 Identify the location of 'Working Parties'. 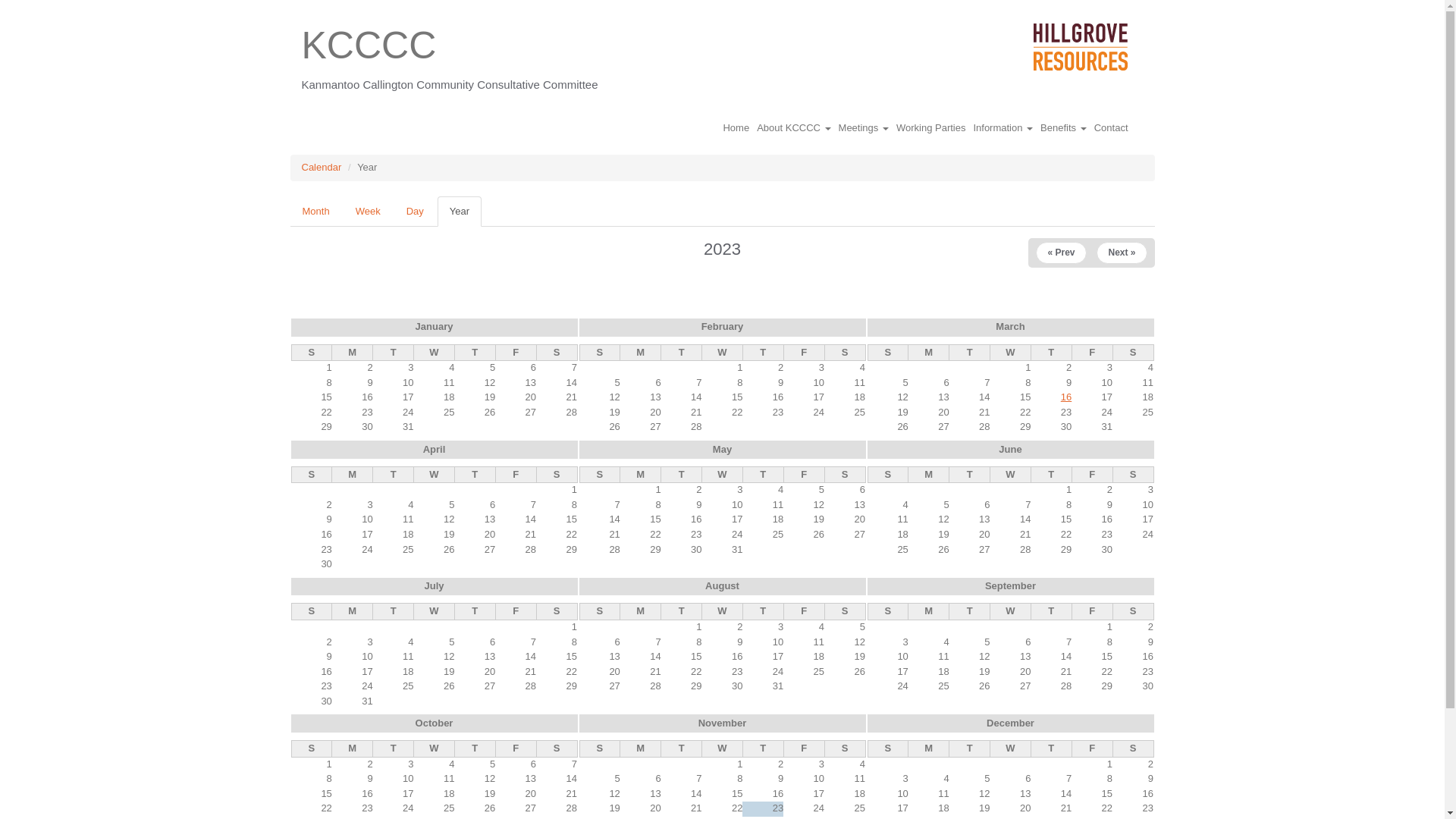
(930, 127).